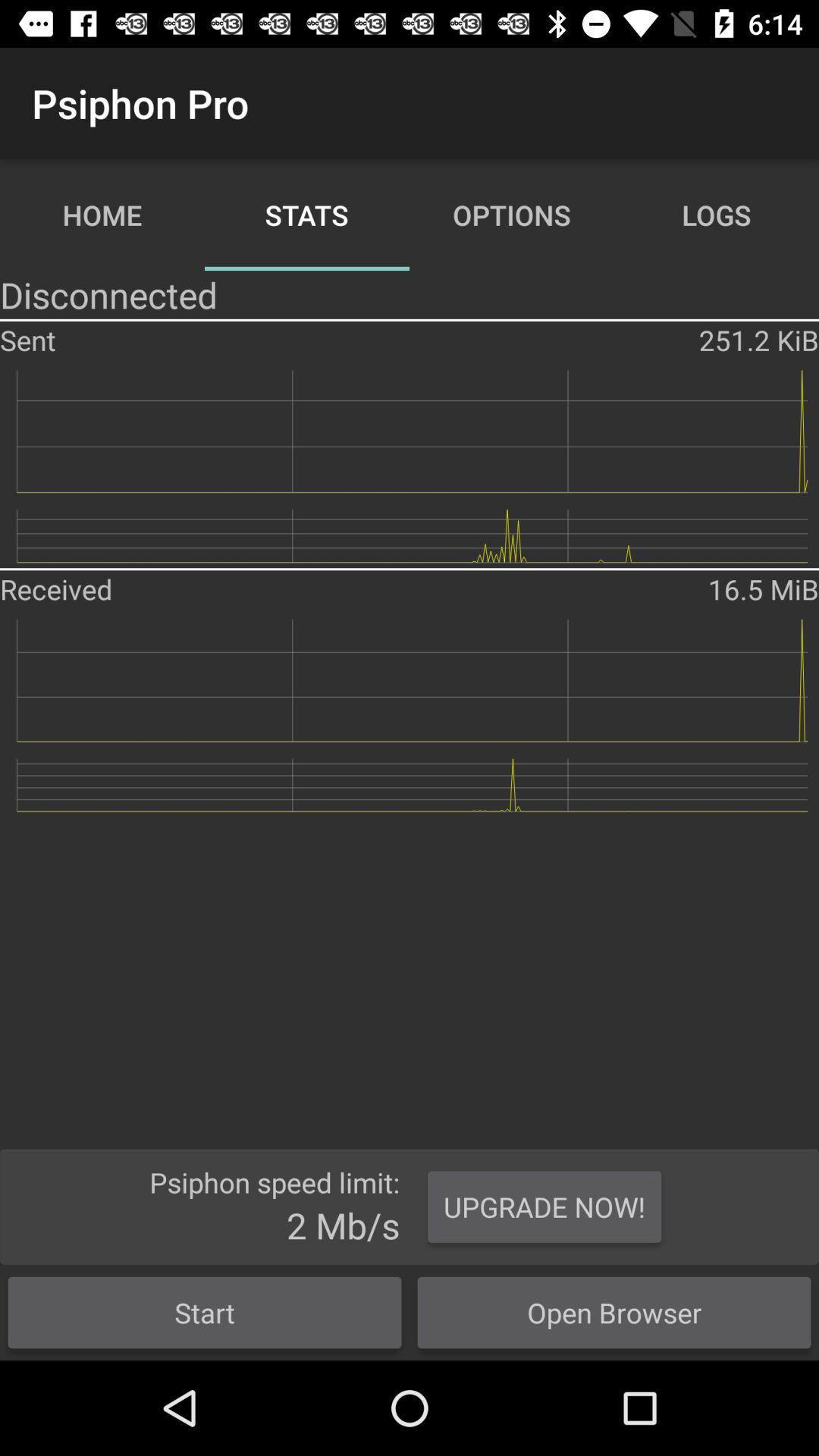 This screenshot has width=819, height=1456. Describe the element at coordinates (205, 1312) in the screenshot. I see `the icon below 2 mb/s app` at that location.